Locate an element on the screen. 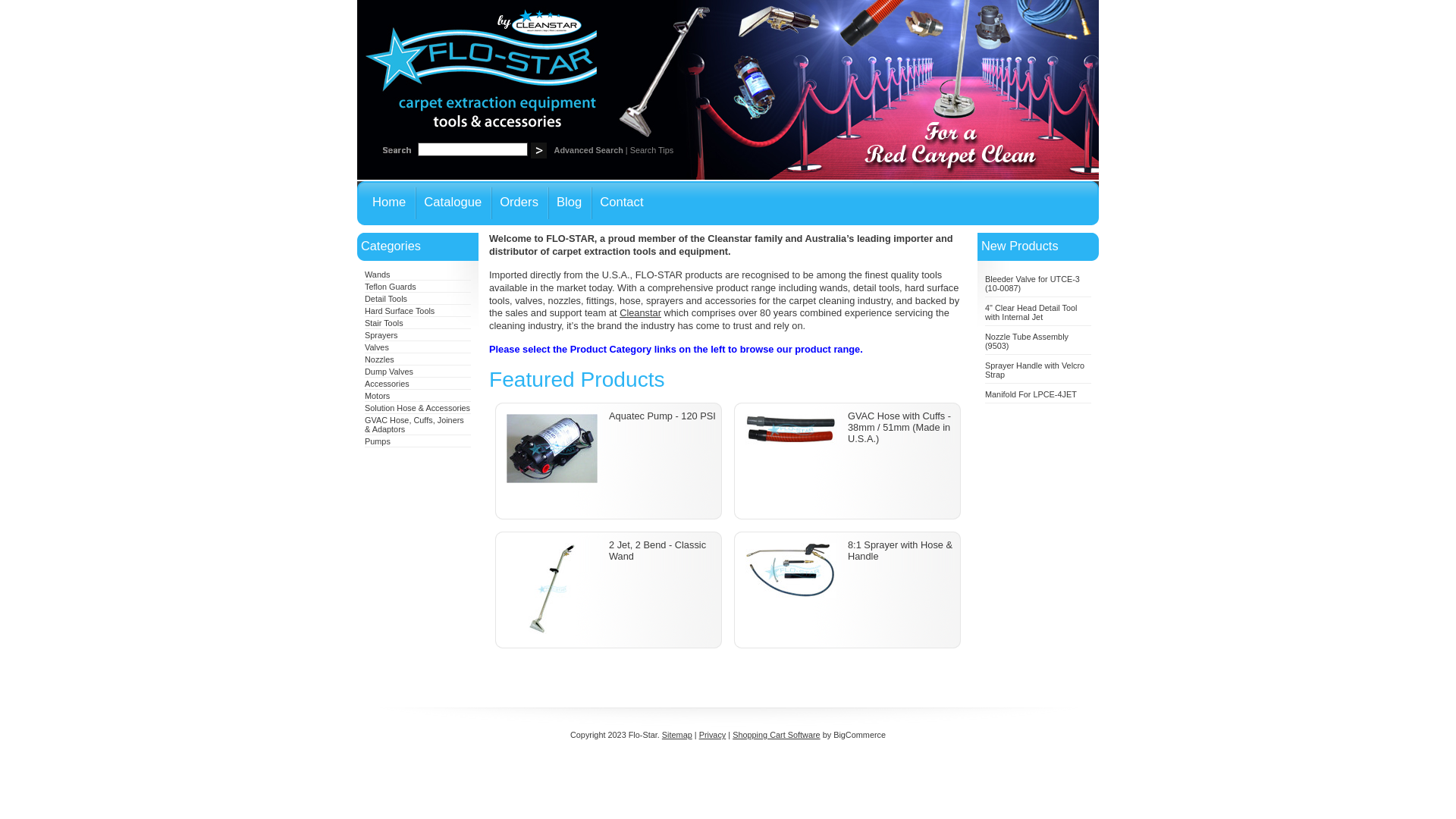 This screenshot has width=1456, height=819. 'Blog' is located at coordinates (568, 202).